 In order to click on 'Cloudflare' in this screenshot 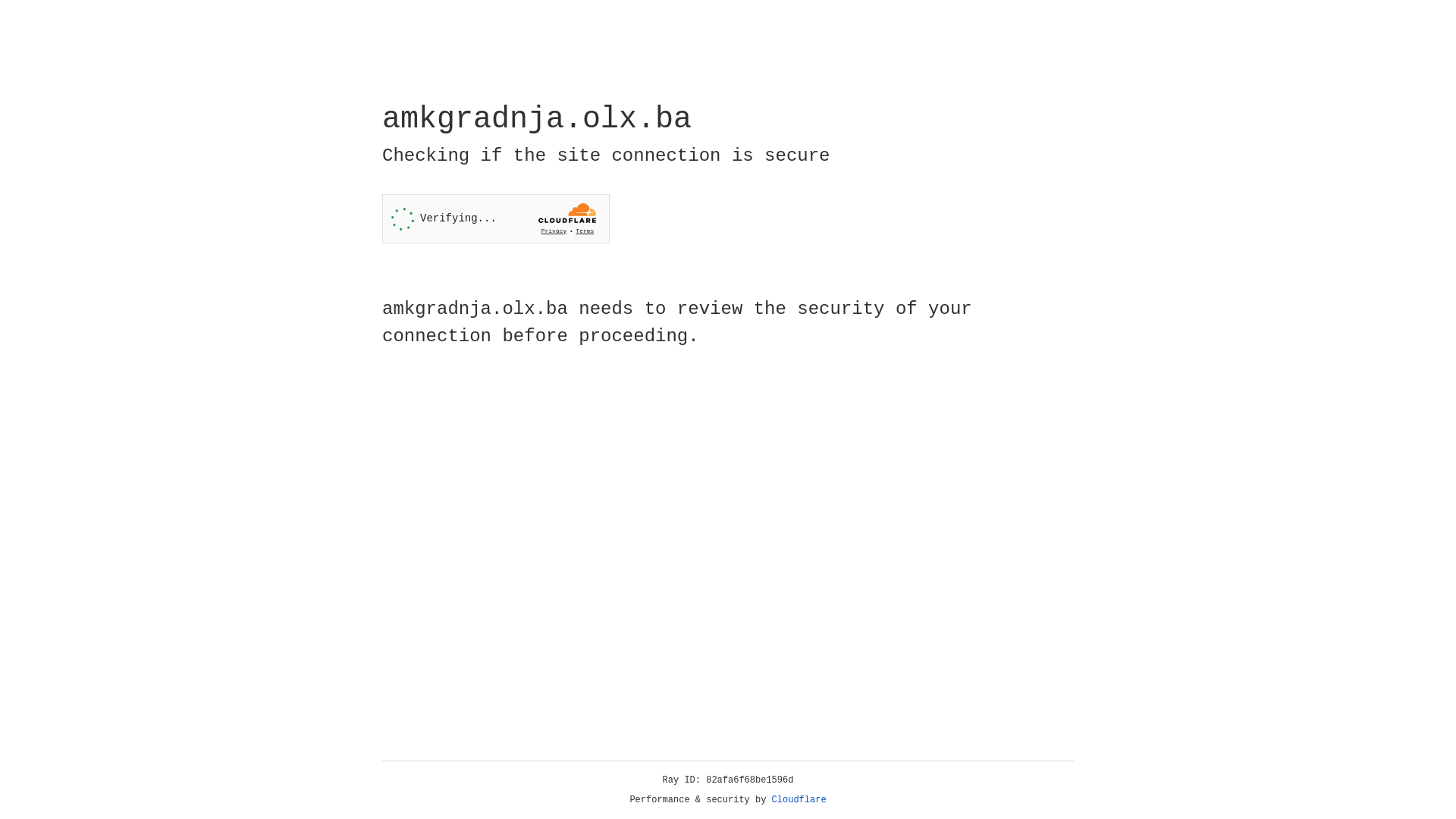, I will do `click(799, 799)`.